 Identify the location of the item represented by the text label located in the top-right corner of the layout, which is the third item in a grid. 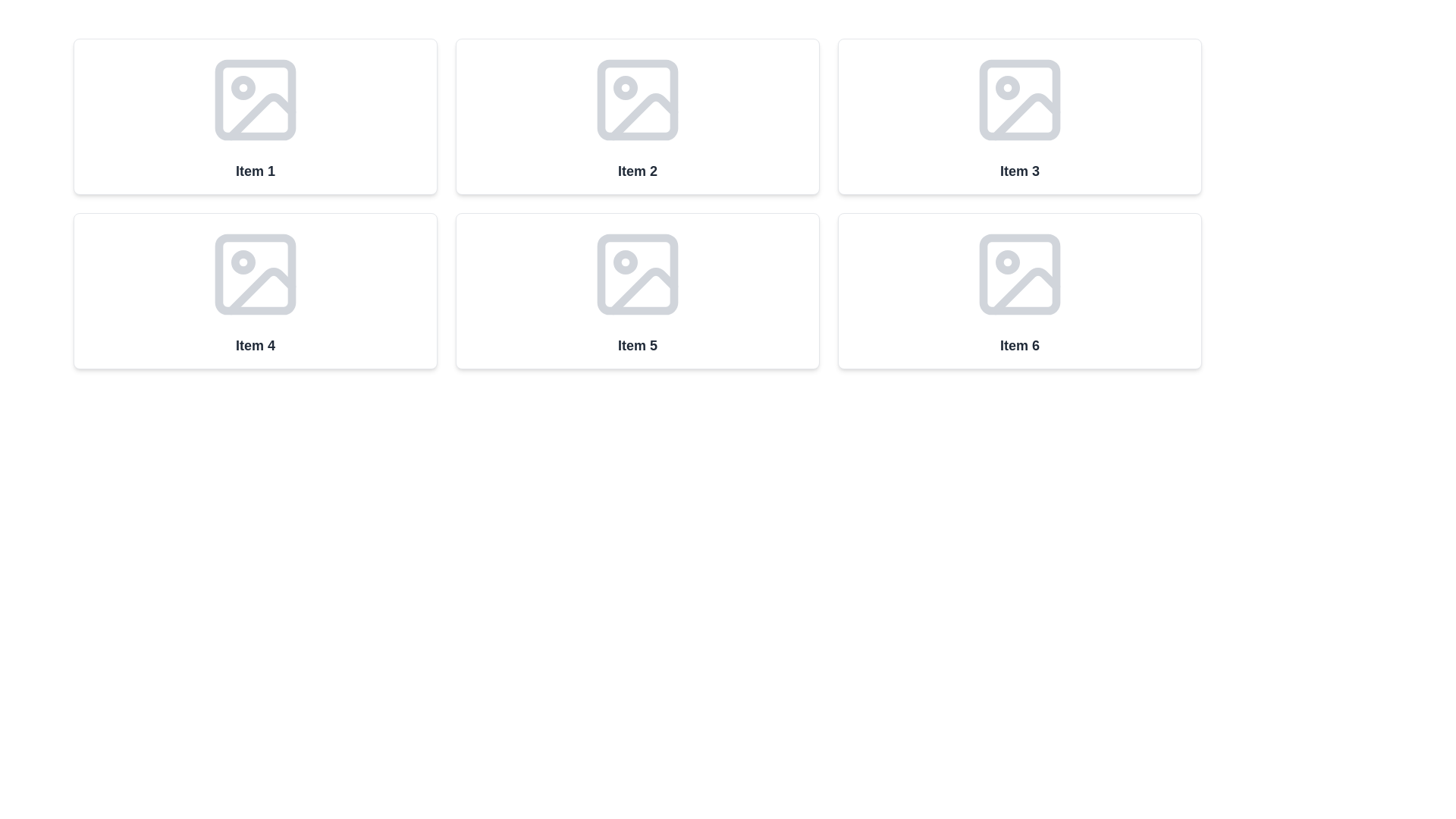
(1019, 171).